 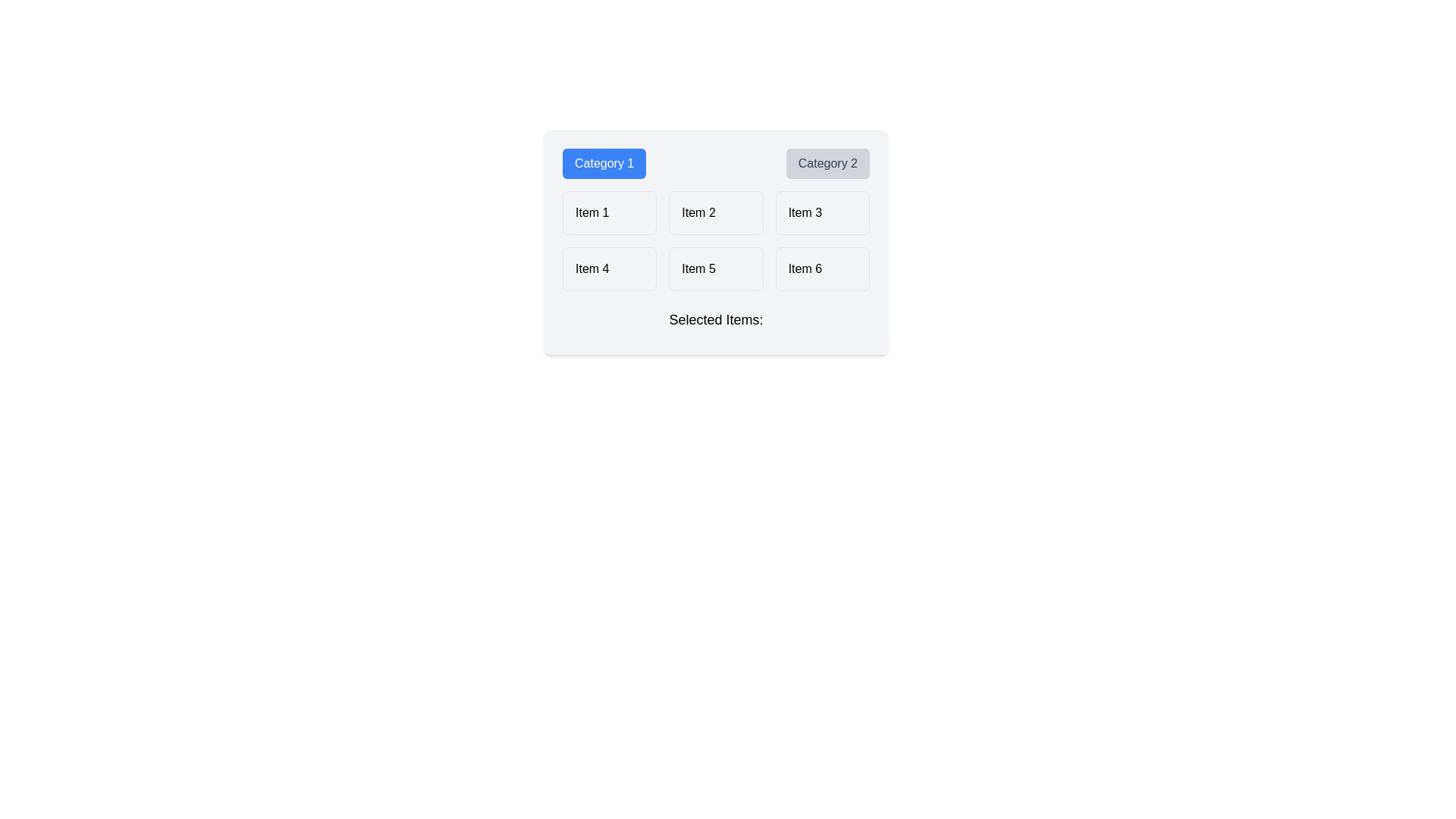 I want to click on the fourth item in the selectable list, positioned in the second row, first column, so click(x=610, y=268).